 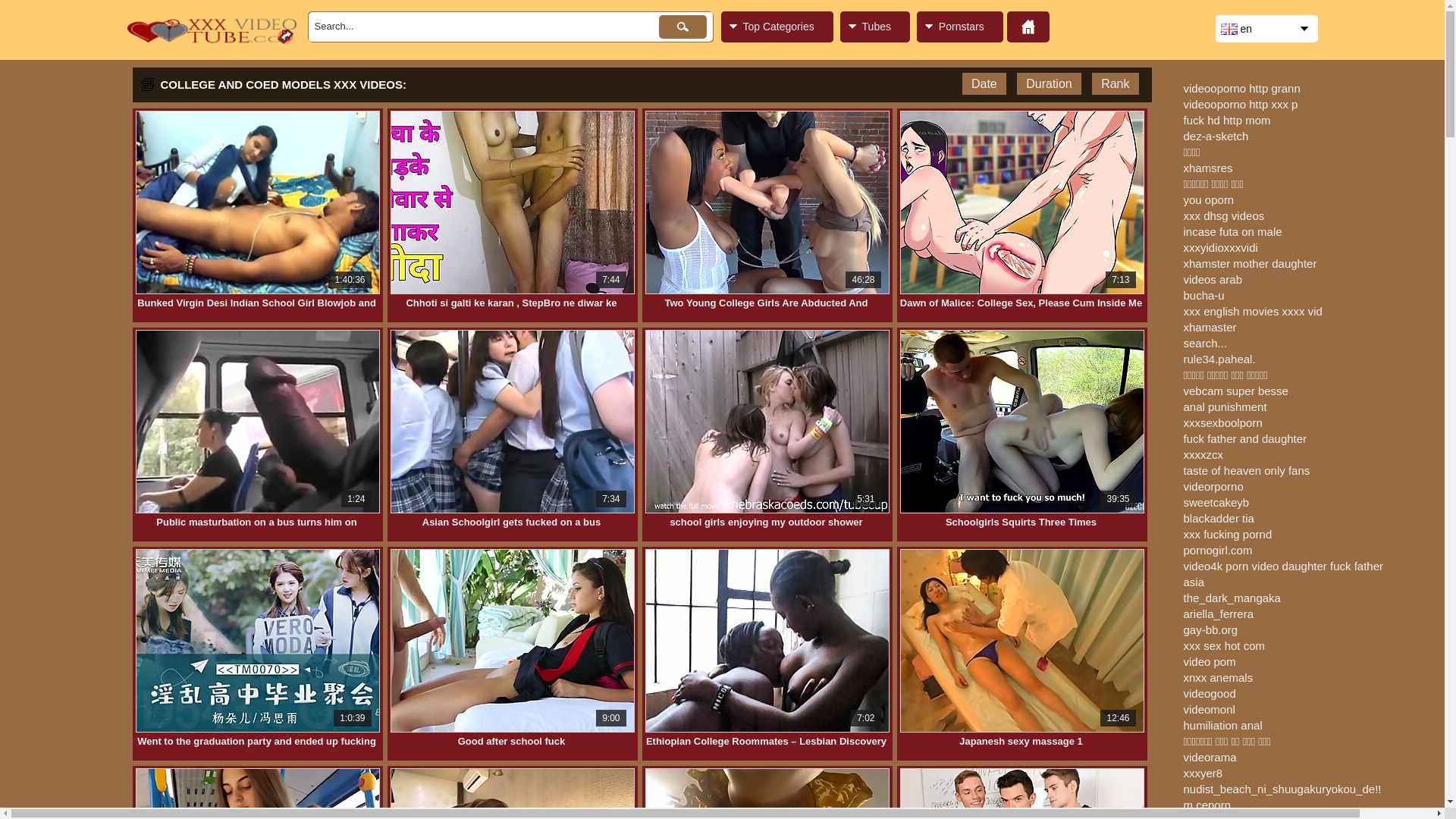 I want to click on 'asia', so click(x=1182, y=581).